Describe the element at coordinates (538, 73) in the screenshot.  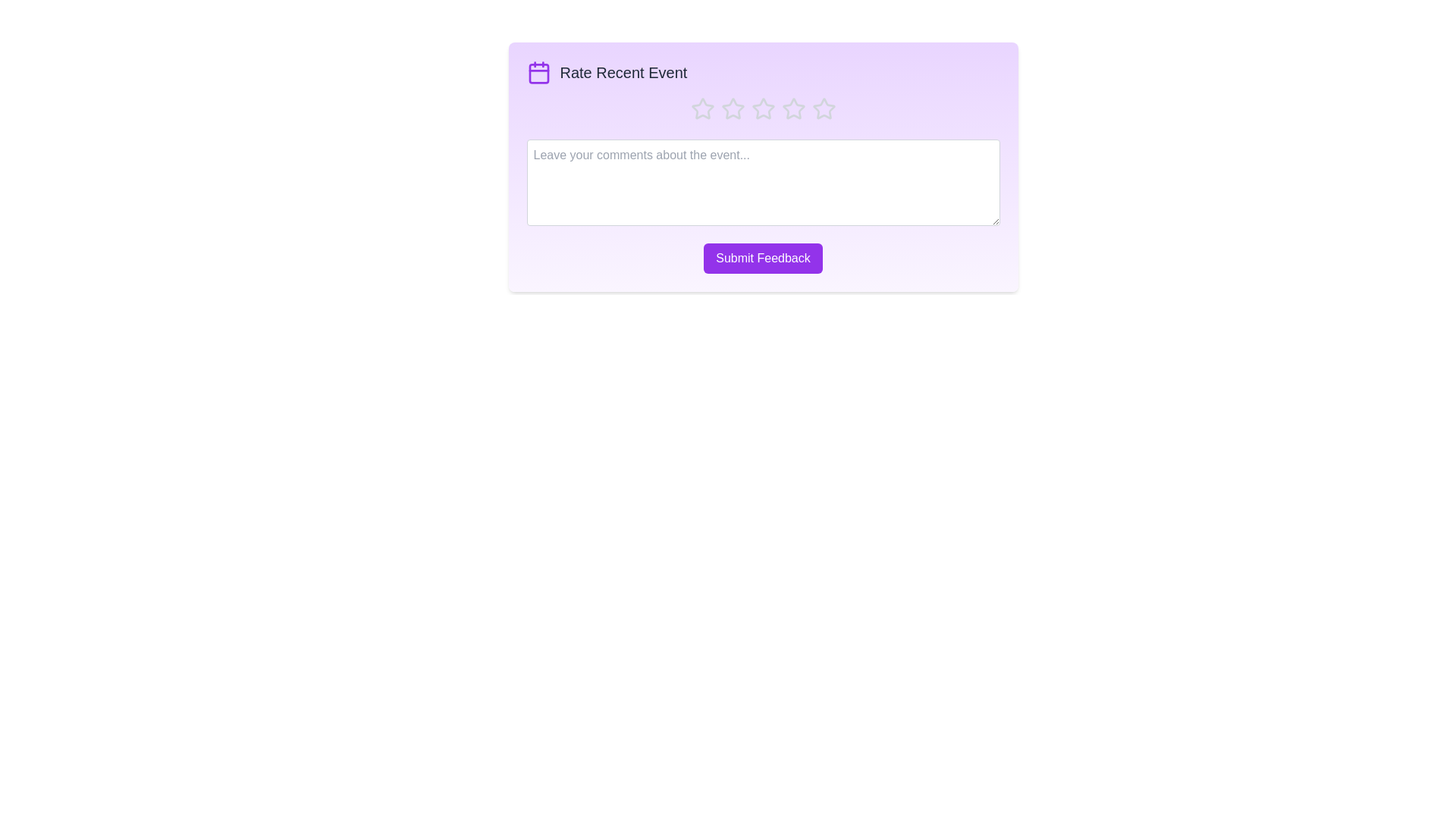
I see `the calendar icon to view it` at that location.